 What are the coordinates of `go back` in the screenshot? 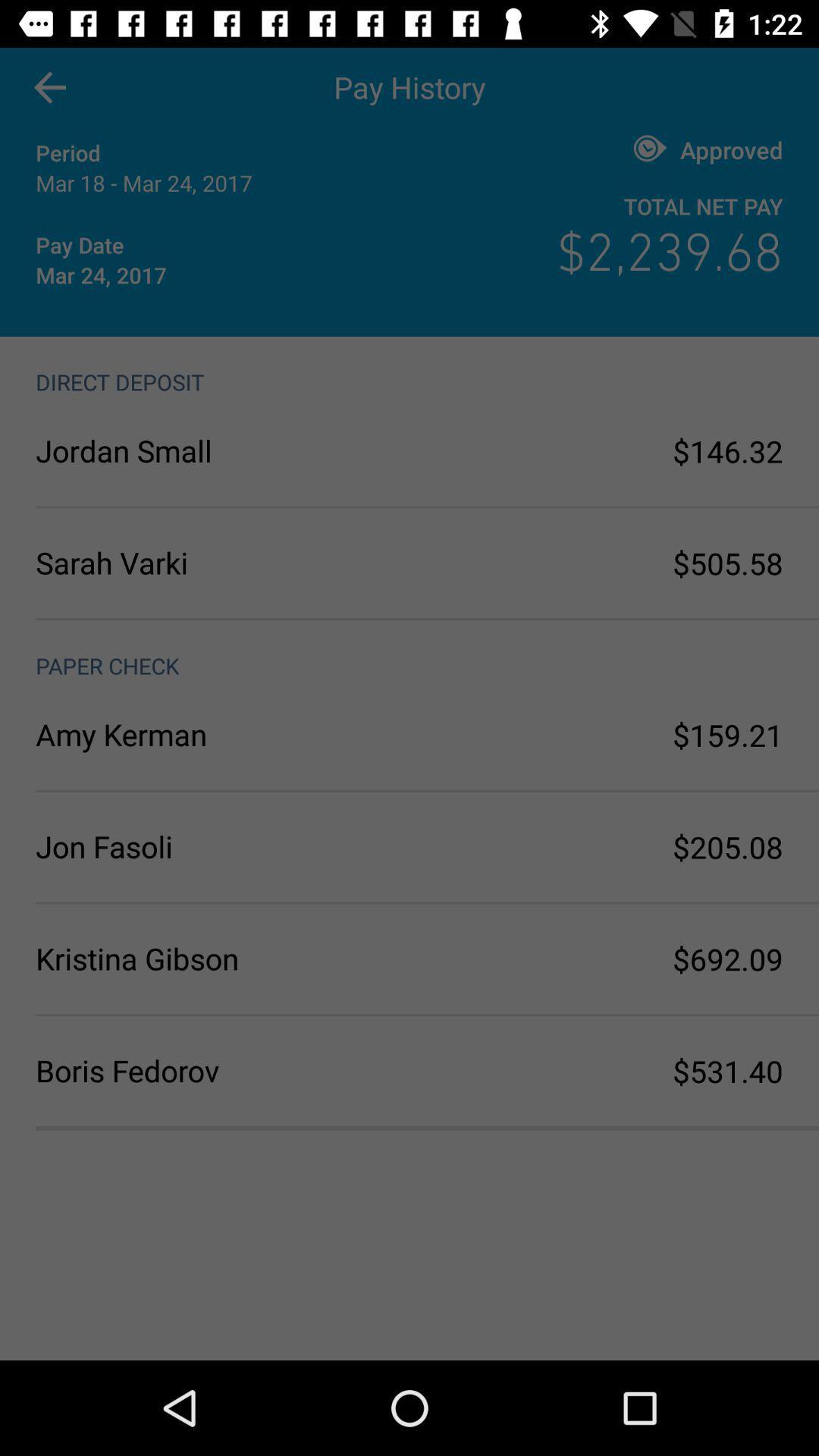 It's located at (49, 86).